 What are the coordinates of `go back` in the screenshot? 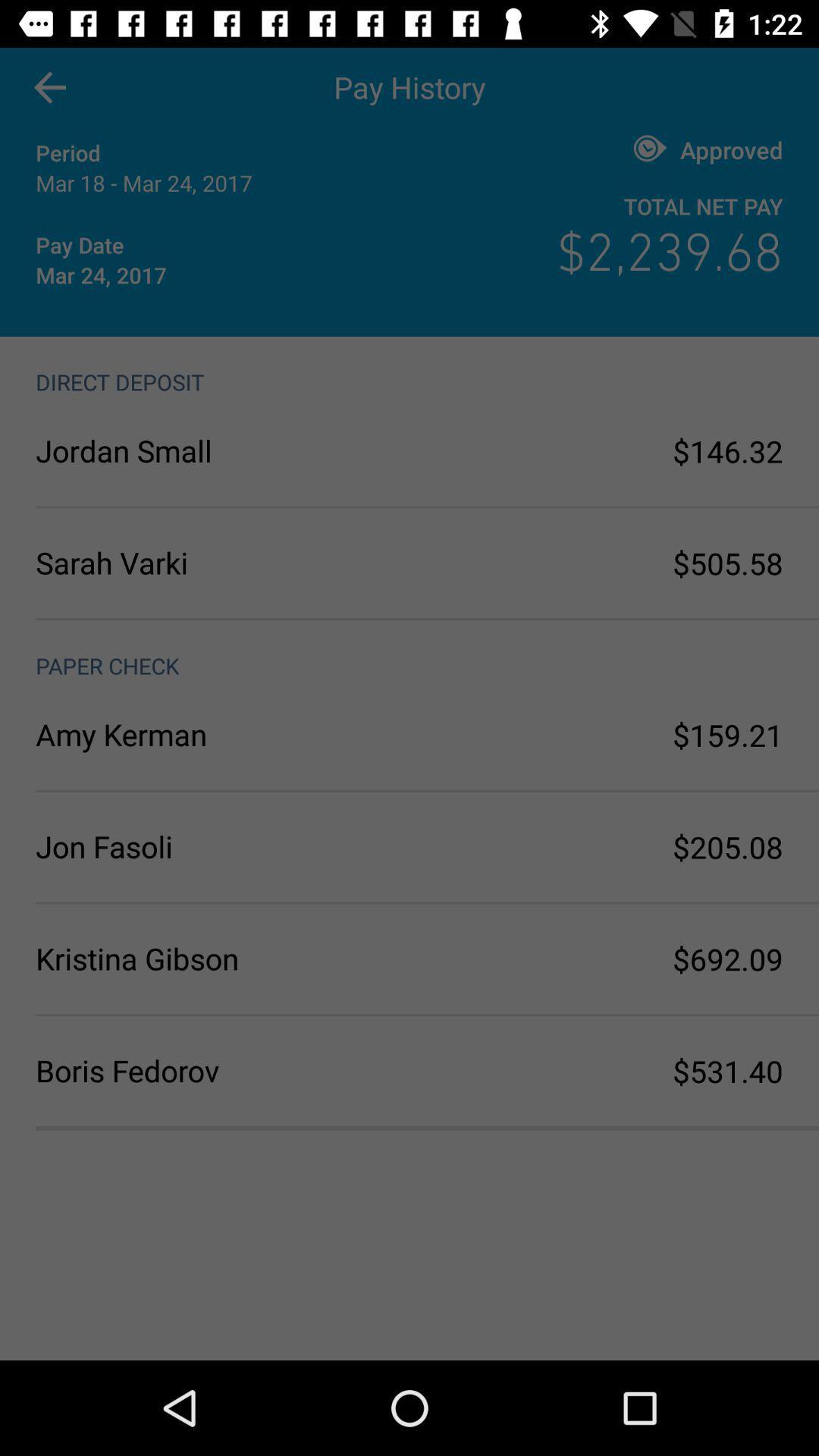 It's located at (49, 86).